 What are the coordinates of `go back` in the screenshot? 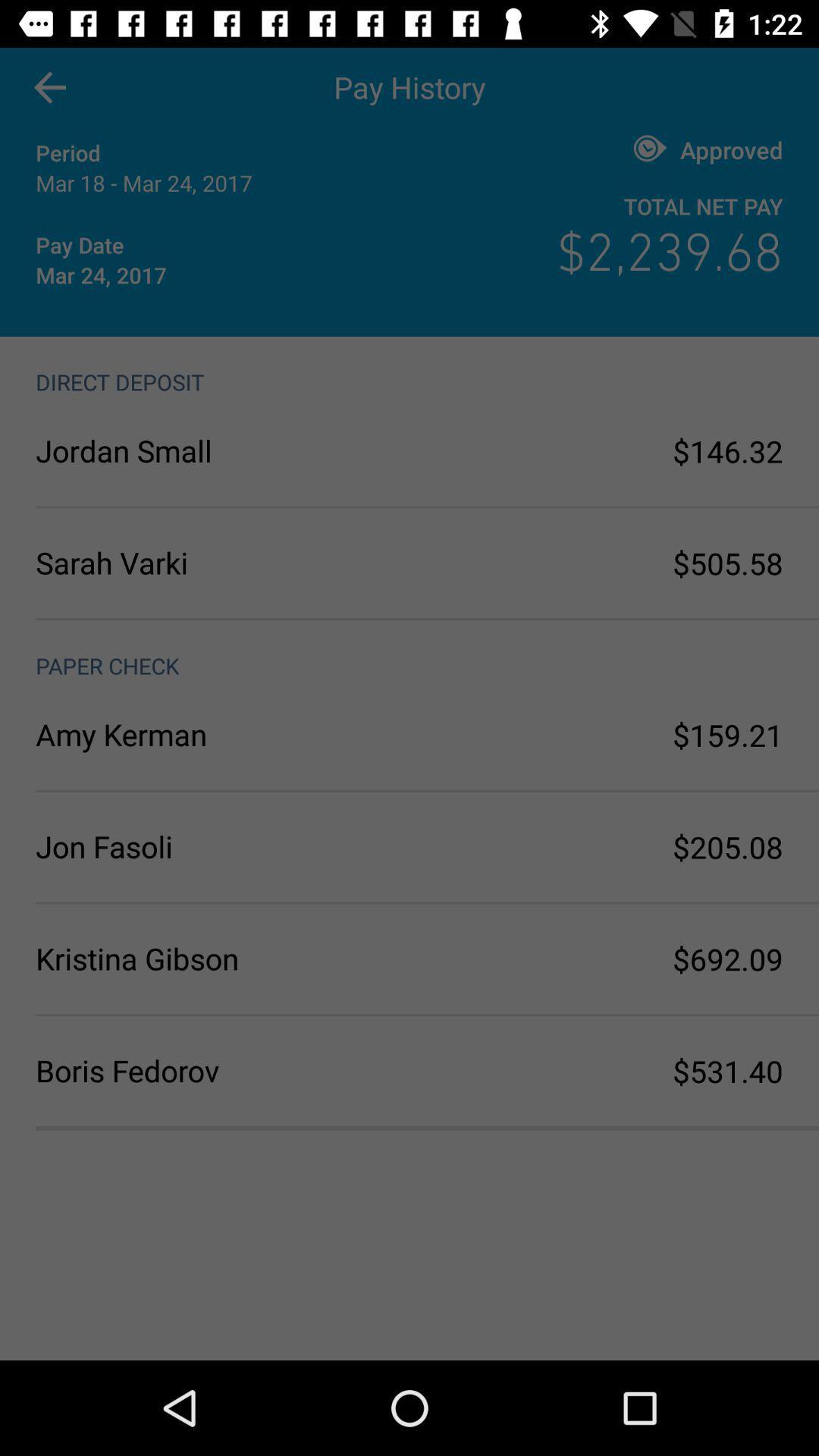 It's located at (49, 86).